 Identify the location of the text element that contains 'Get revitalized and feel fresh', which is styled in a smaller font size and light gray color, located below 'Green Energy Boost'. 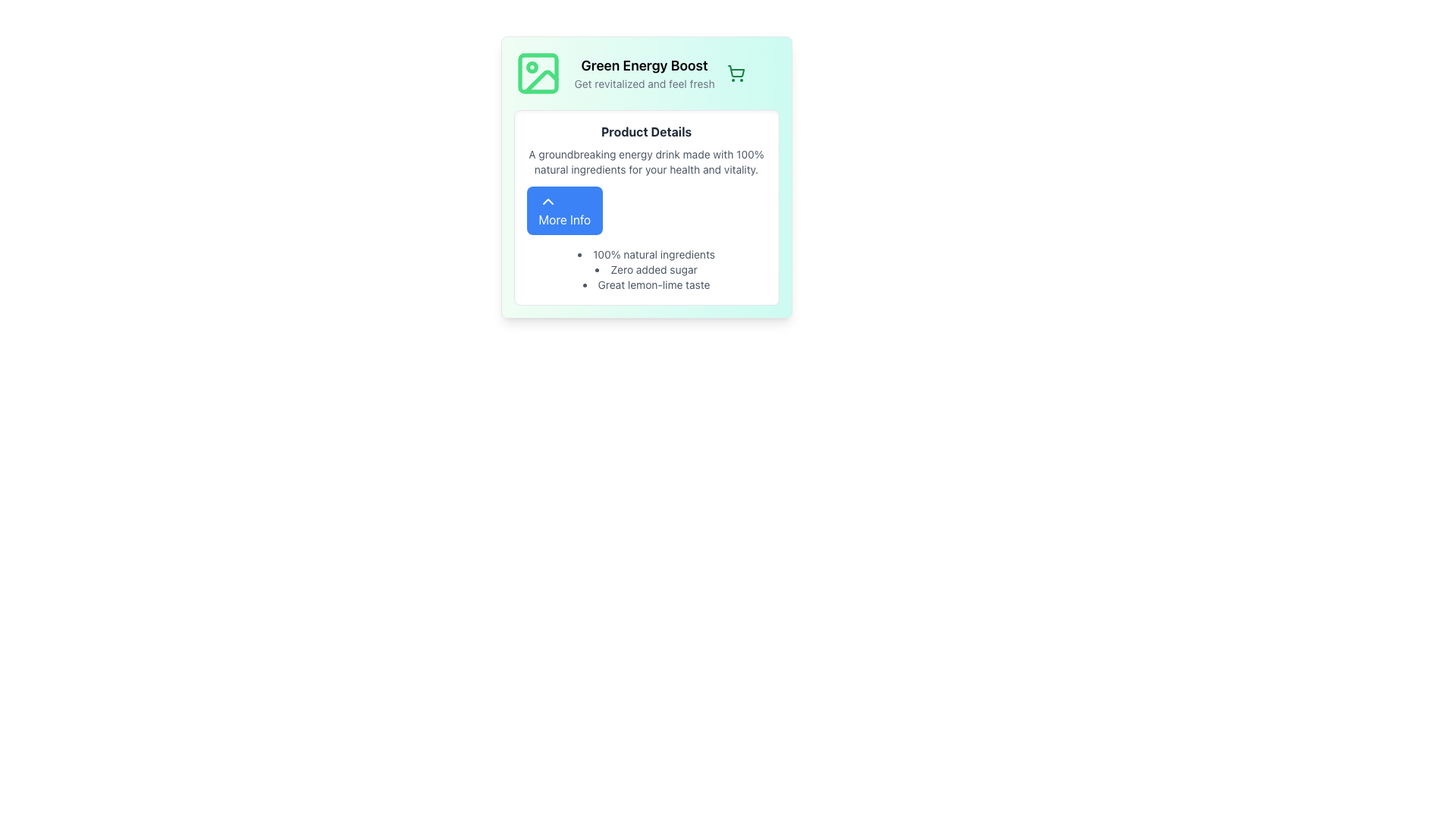
(644, 84).